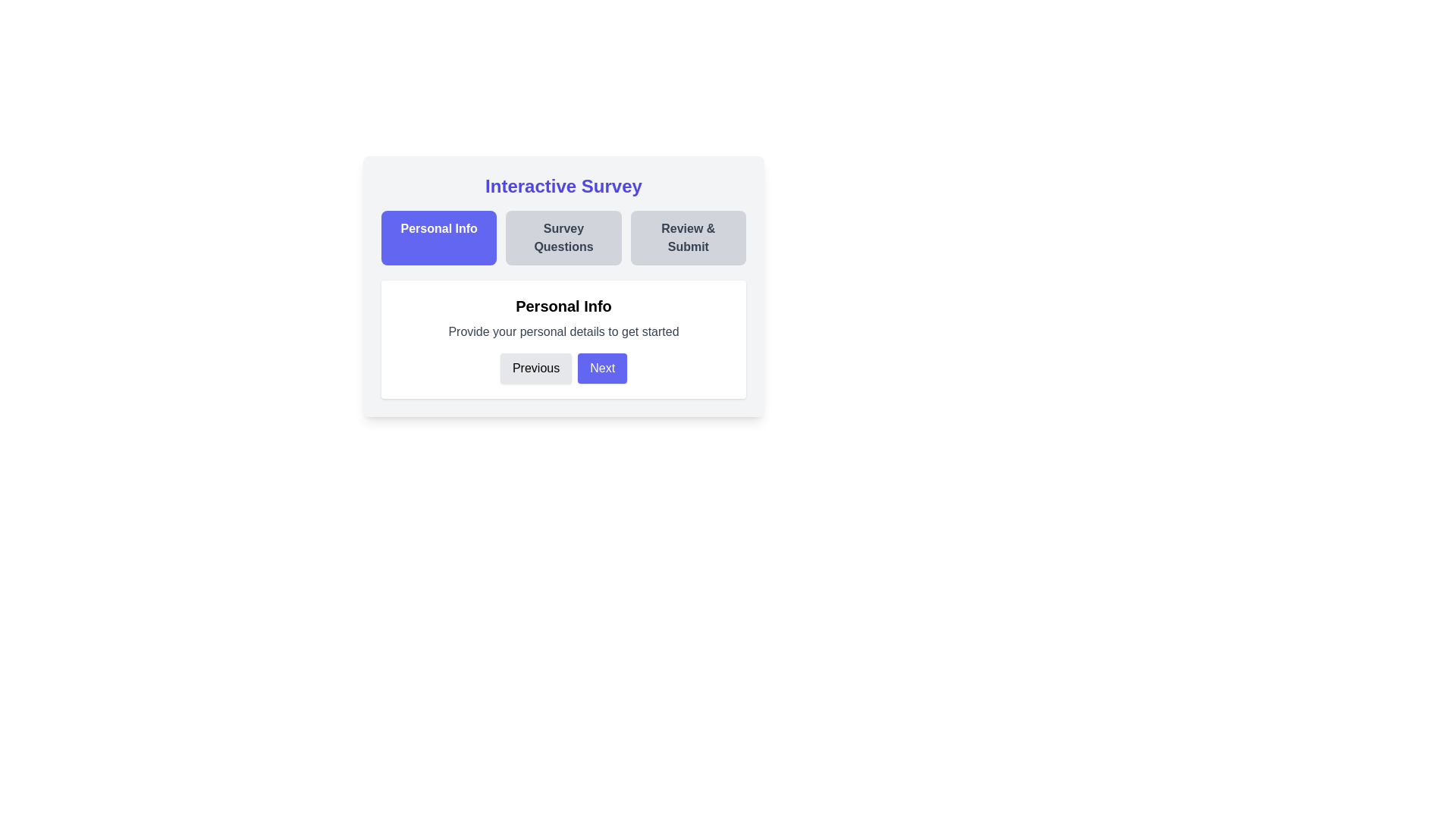 Image resolution: width=1456 pixels, height=819 pixels. Describe the element at coordinates (536, 369) in the screenshot. I see `the Previous button to navigate through the survey steps` at that location.